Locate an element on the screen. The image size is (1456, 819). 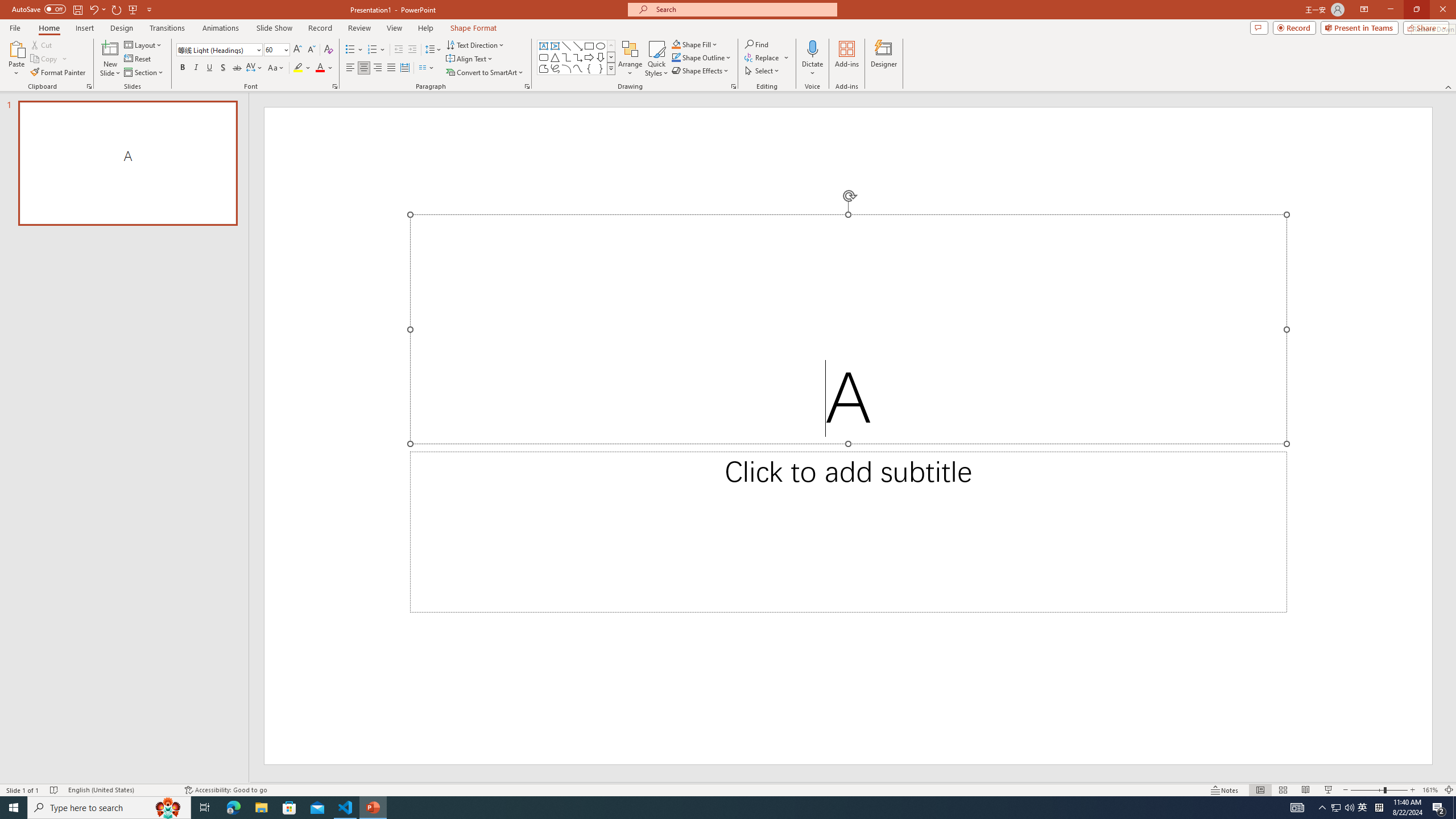
'Accessibility Checker Accessibility: Good to go' is located at coordinates (226, 790).